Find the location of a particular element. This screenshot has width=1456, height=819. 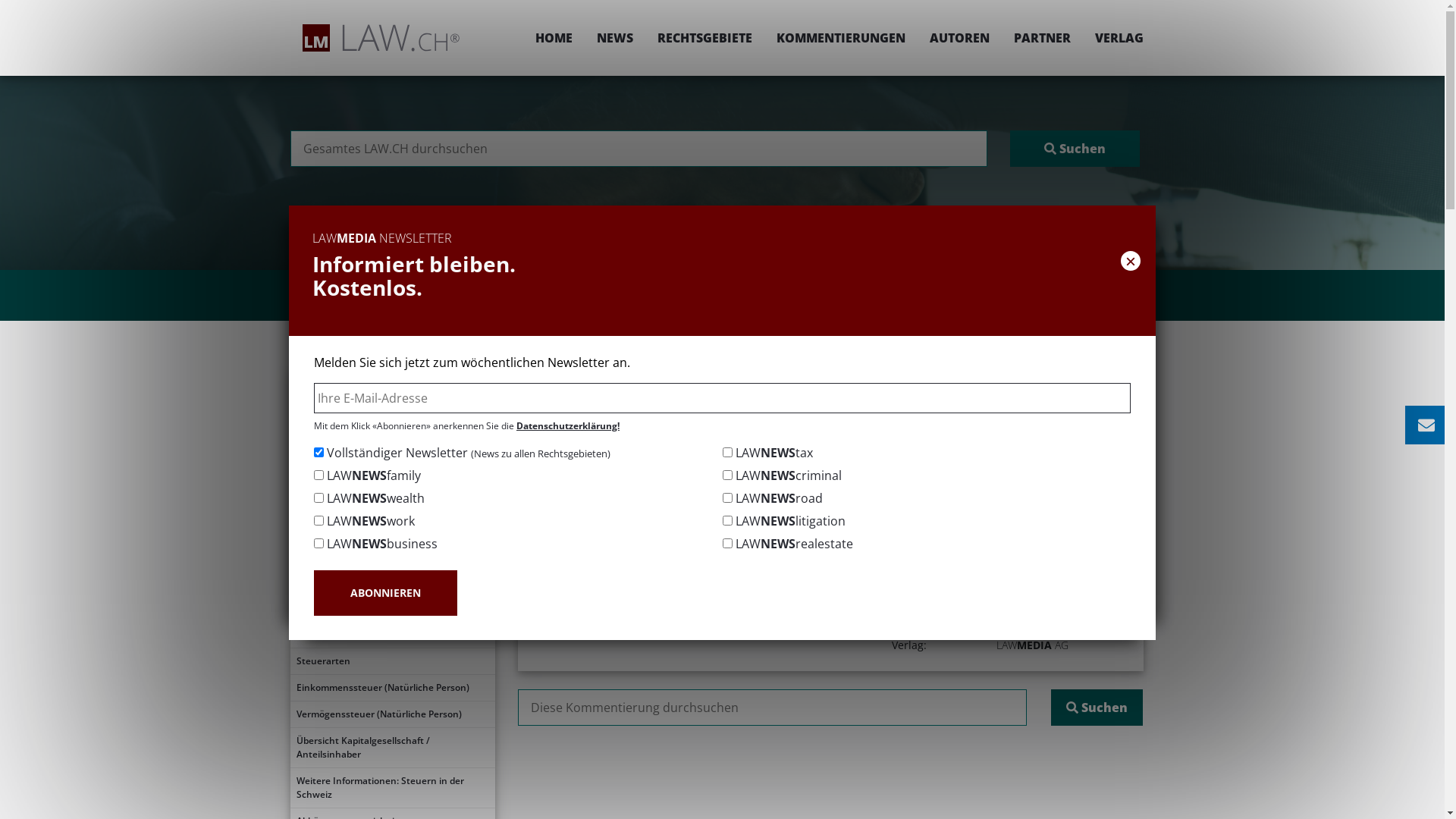

'Suchen nach:' is located at coordinates (638, 149).